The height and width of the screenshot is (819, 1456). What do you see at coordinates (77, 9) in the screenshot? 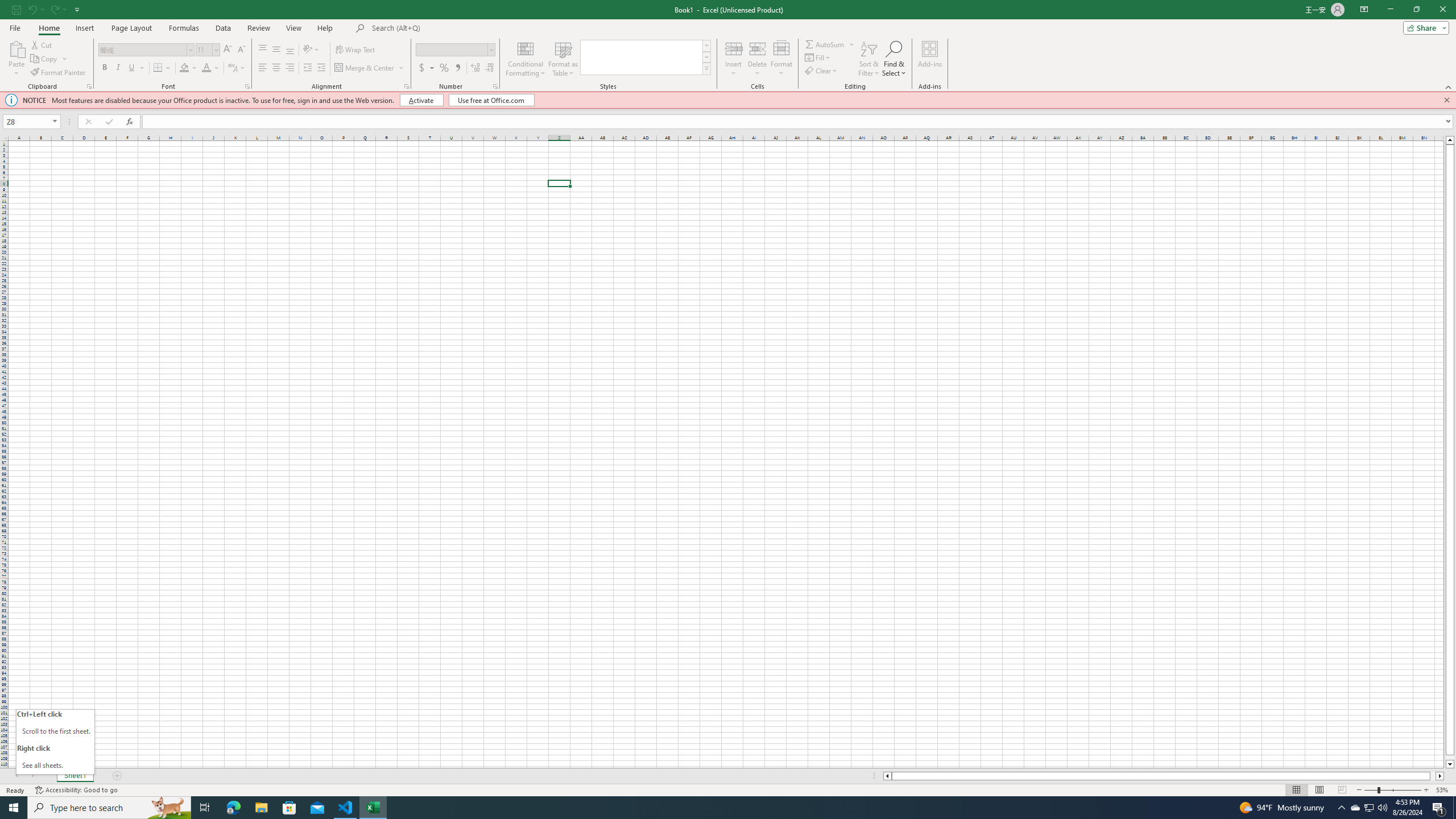
I see `'Customize Quick Access Toolbar'` at bounding box center [77, 9].